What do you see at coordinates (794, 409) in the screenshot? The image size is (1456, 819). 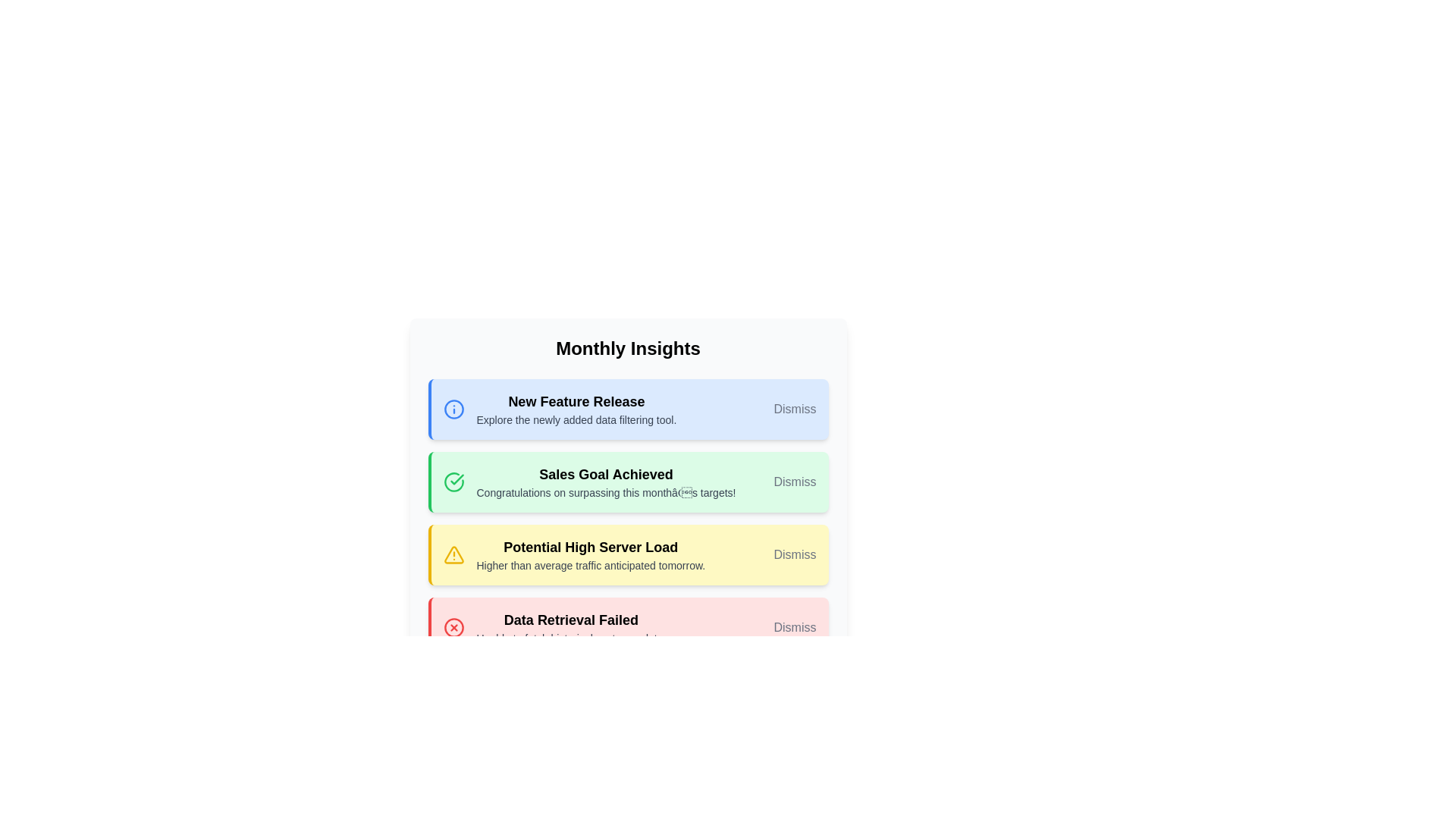 I see `the 'Dismiss' button located at the far right of the blue notification panel titled 'New Feature Release'` at bounding box center [794, 409].